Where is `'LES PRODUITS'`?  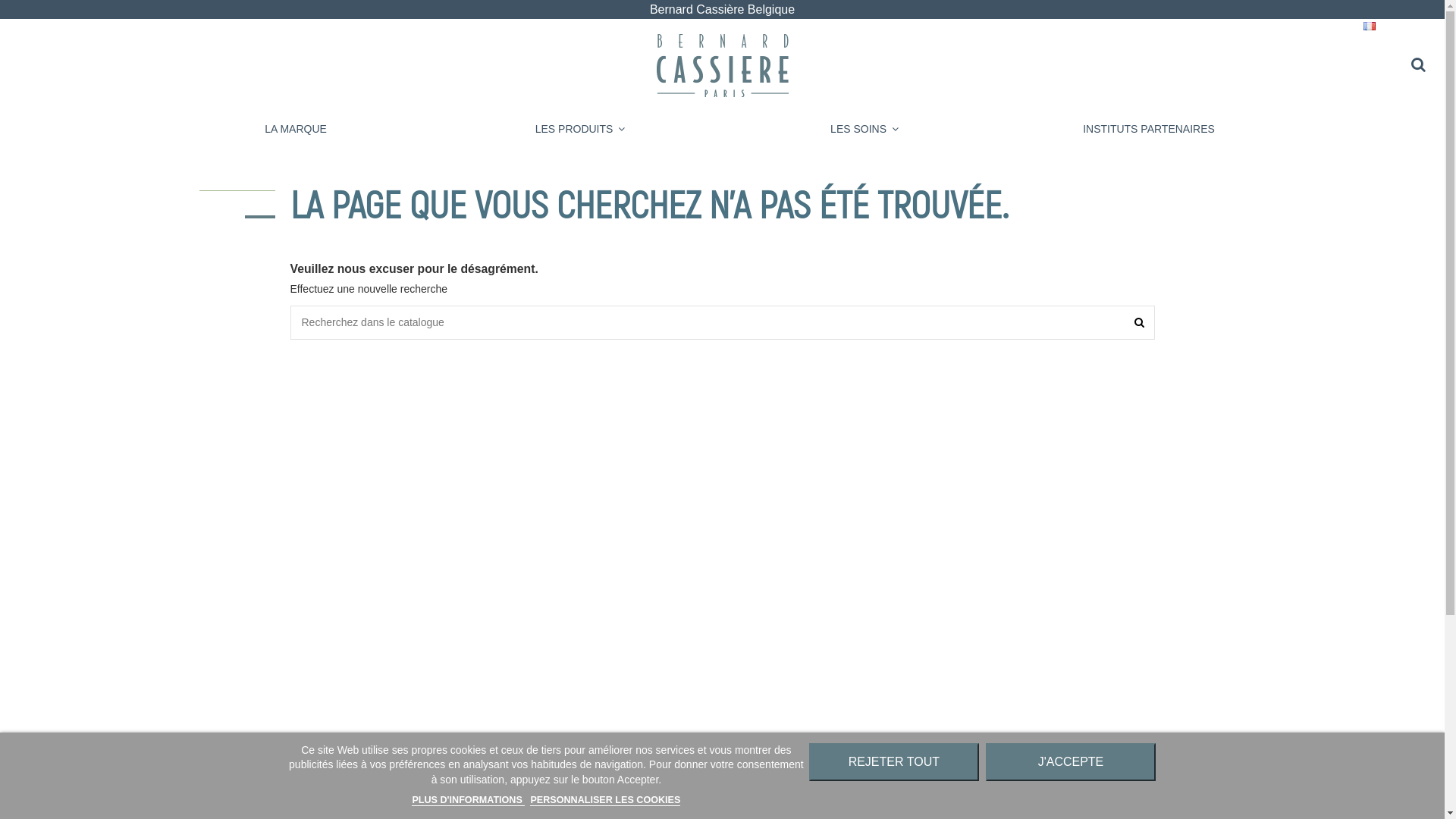 'LES PRODUITS' is located at coordinates (579, 128).